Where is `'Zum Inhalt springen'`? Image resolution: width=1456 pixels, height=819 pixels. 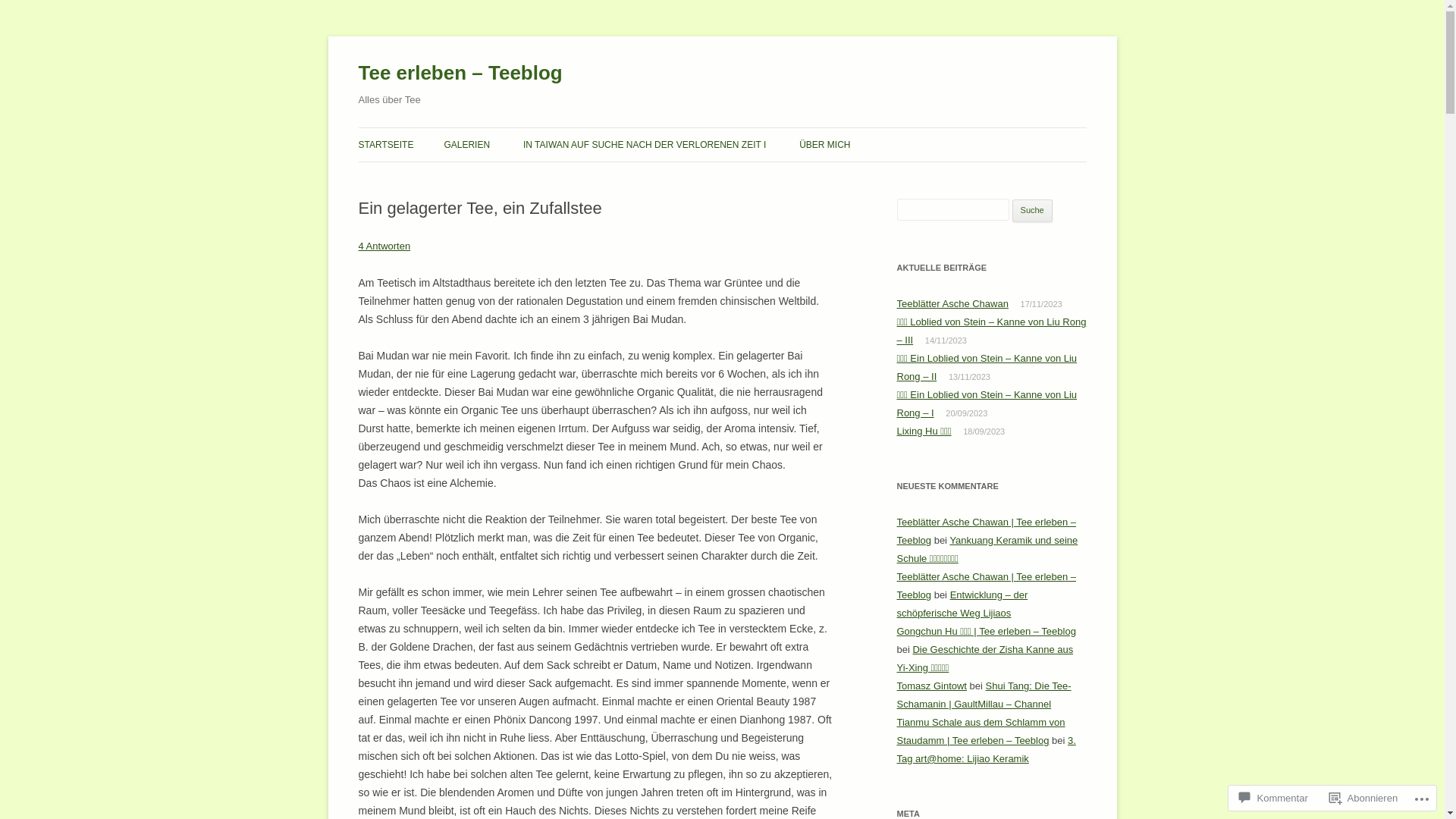
'Zum Inhalt springen' is located at coordinates (721, 127).